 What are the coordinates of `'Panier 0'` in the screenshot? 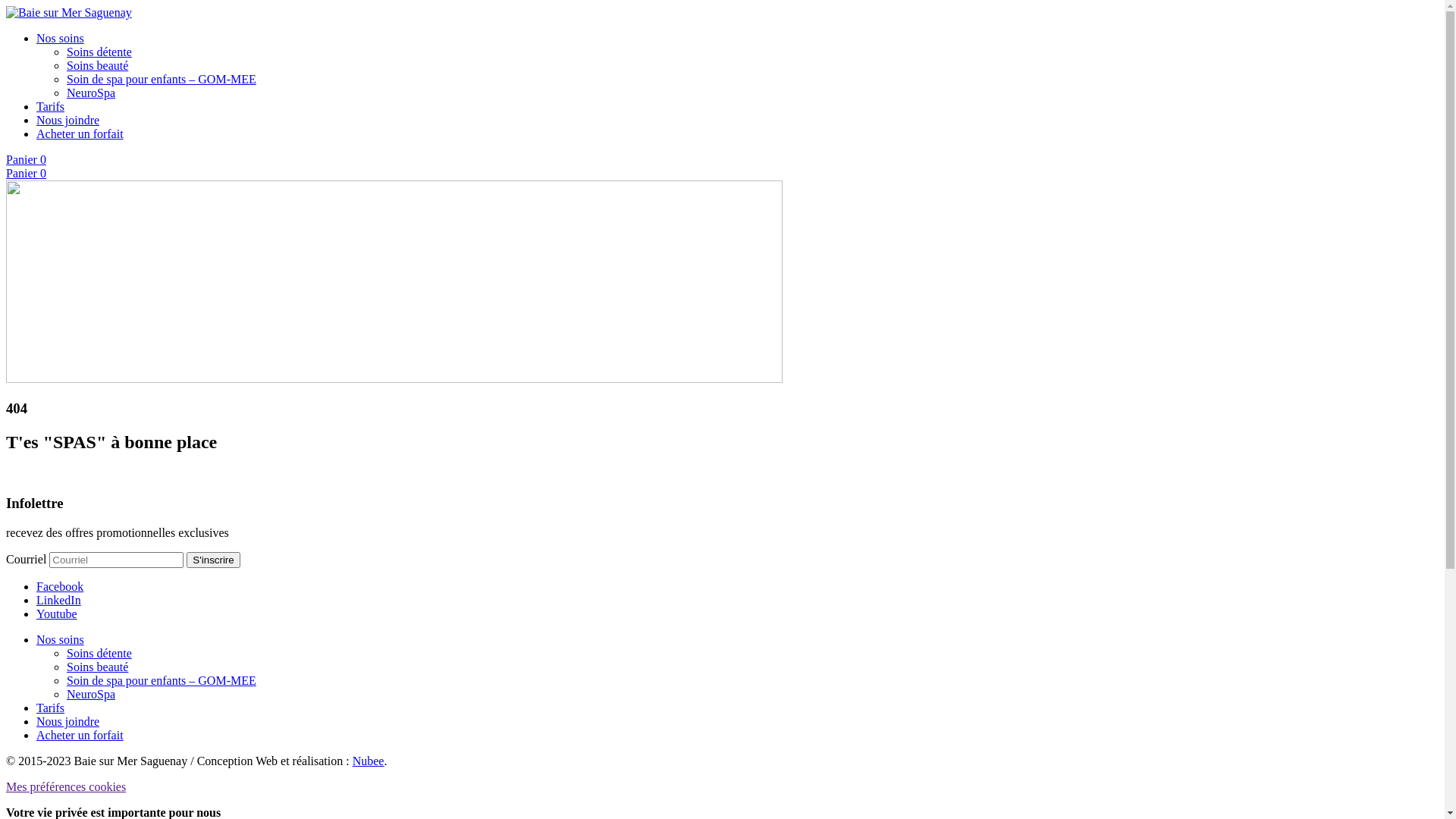 It's located at (26, 172).